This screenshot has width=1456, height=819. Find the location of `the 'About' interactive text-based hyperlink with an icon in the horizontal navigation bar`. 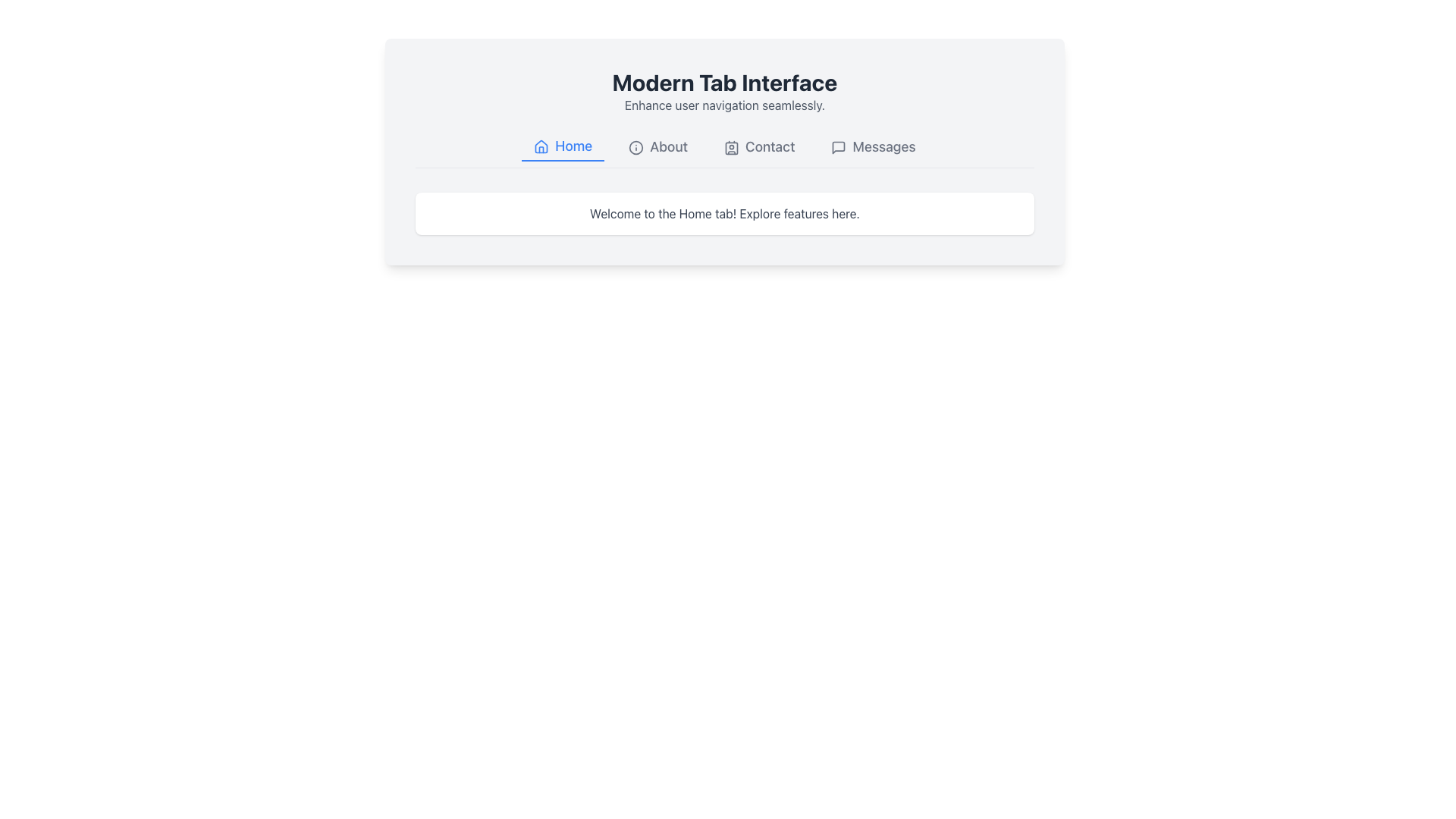

the 'About' interactive text-based hyperlink with an icon in the horizontal navigation bar is located at coordinates (658, 146).